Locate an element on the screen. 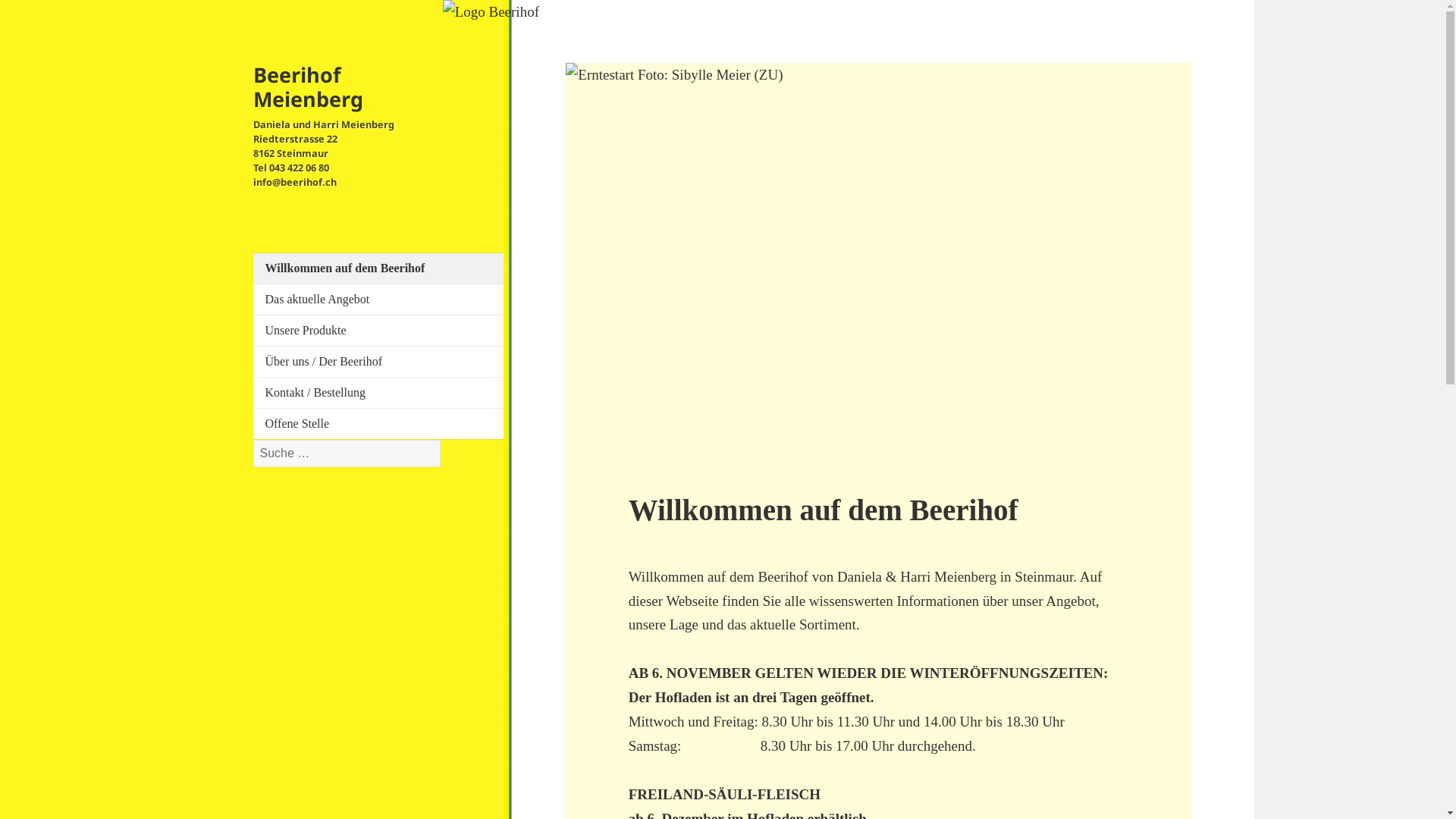 The image size is (1456, 819). 'Kontakt / Bestellung' is located at coordinates (384, 391).